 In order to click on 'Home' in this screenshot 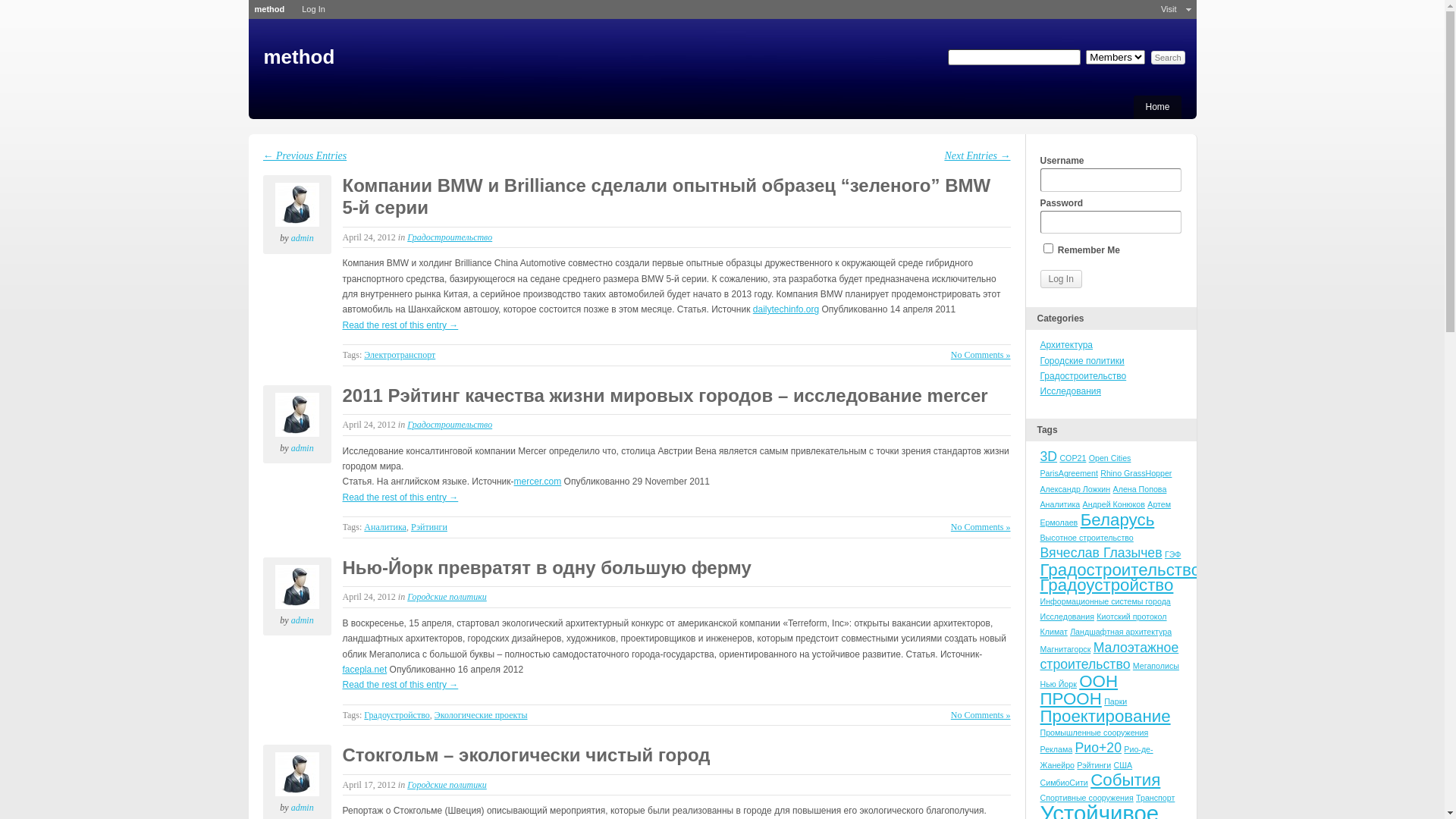, I will do `click(1156, 106)`.